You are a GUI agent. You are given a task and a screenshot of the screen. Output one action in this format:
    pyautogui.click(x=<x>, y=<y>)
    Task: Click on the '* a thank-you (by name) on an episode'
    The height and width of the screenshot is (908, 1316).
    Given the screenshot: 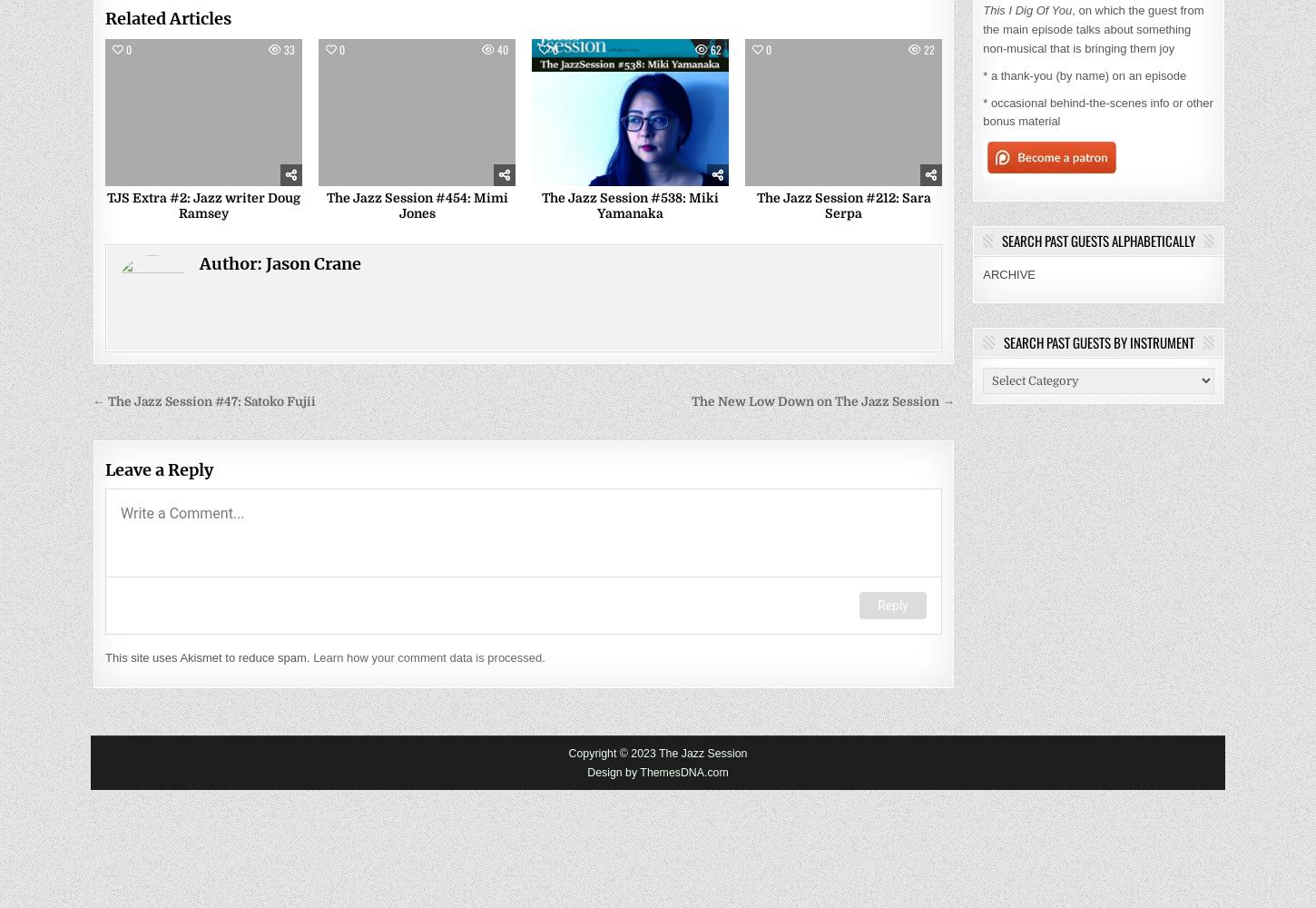 What is the action you would take?
    pyautogui.click(x=1083, y=74)
    